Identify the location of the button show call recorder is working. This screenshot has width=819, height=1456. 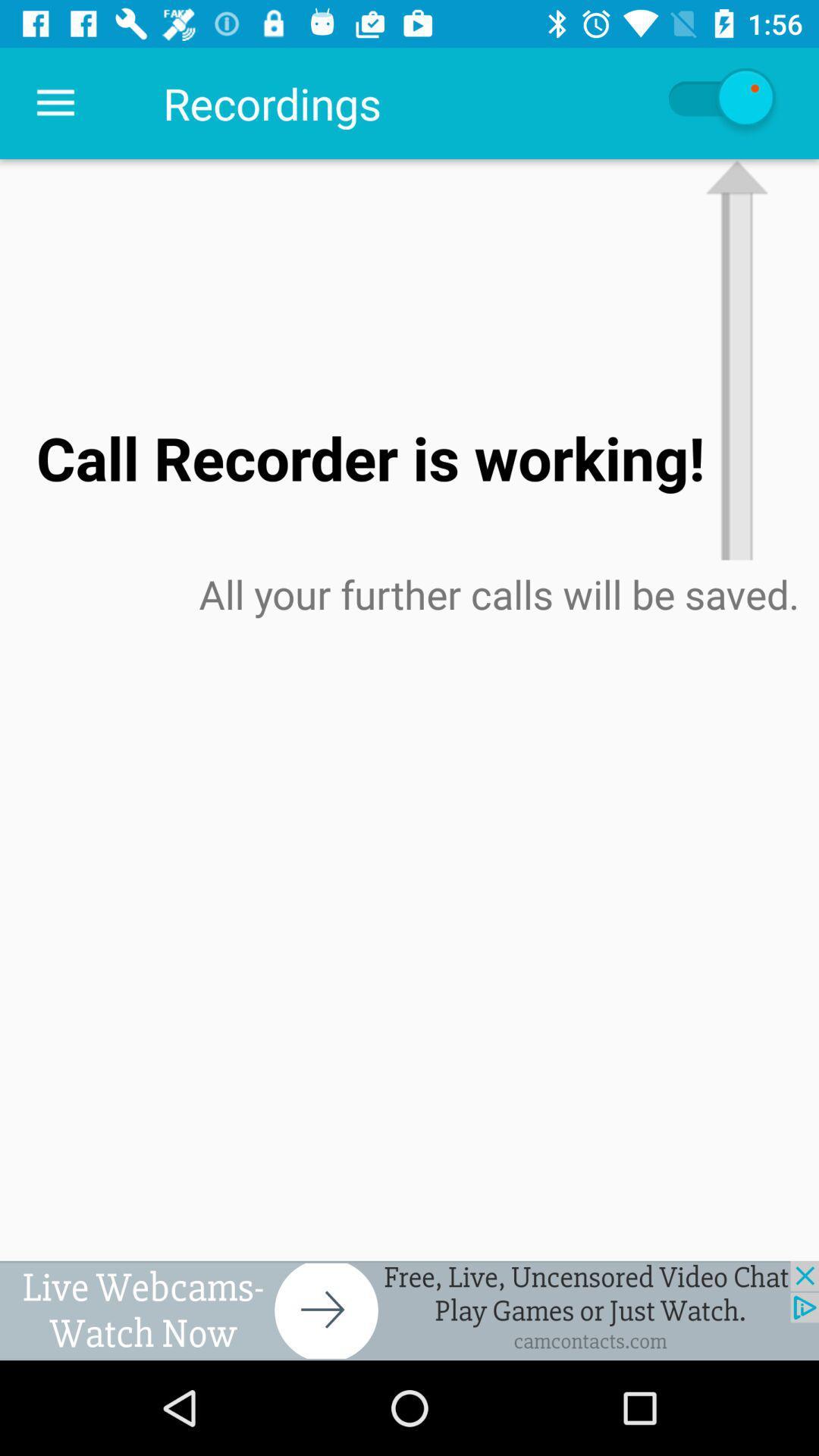
(719, 102).